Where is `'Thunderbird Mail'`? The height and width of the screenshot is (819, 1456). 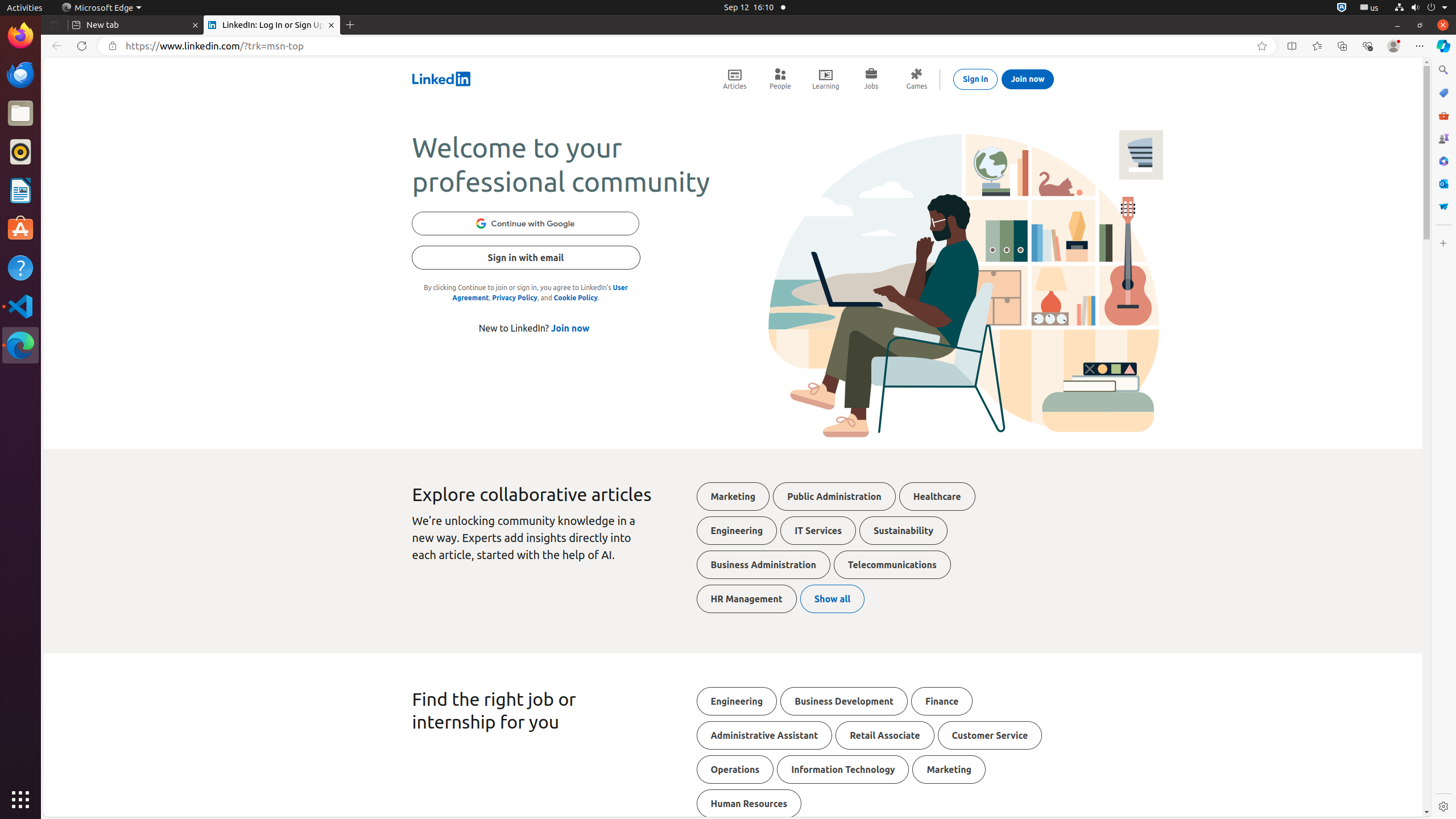 'Thunderbird Mail' is located at coordinates (20, 74).